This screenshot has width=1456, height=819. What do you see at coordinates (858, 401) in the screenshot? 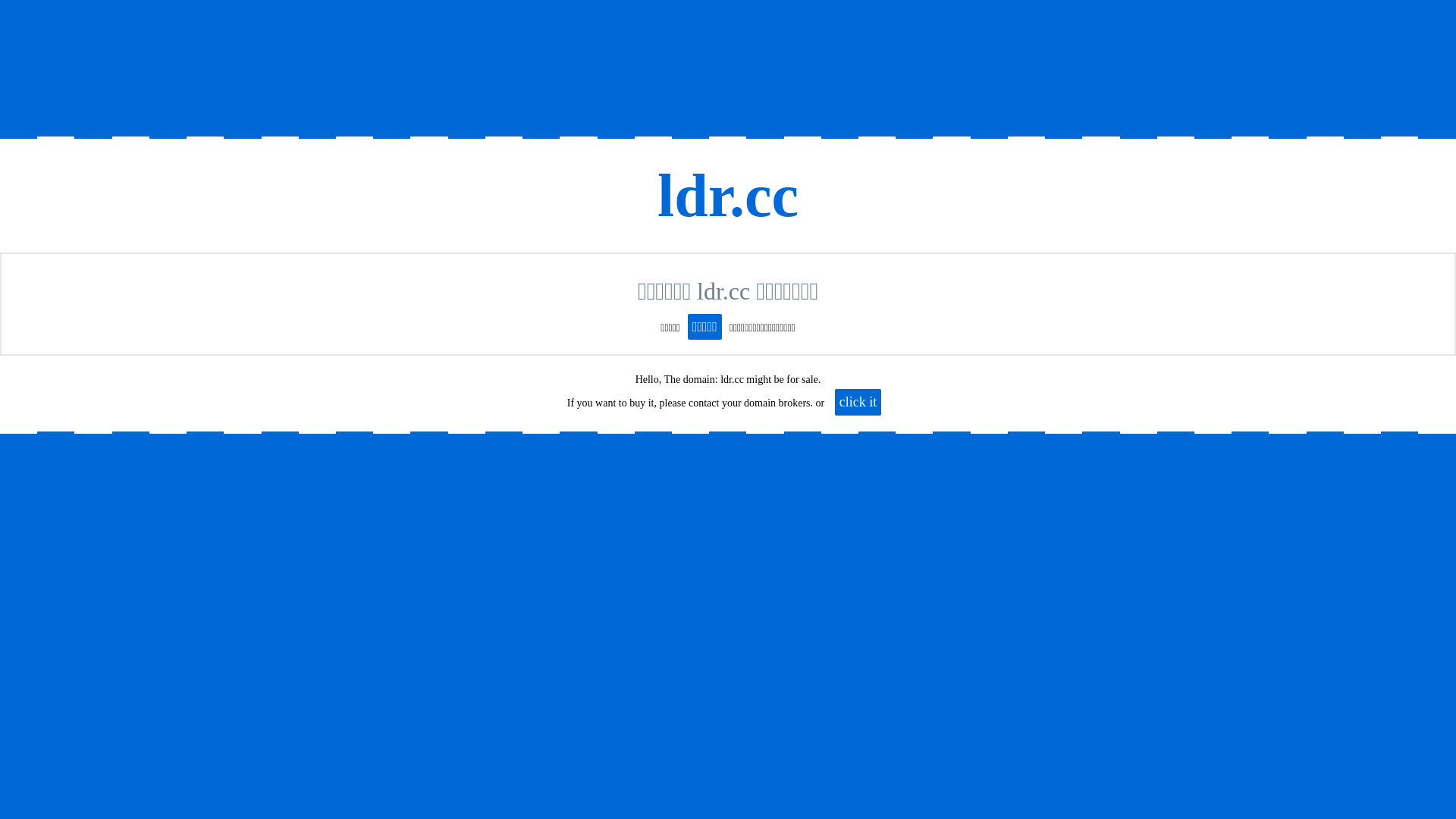
I see `'click it'` at bounding box center [858, 401].